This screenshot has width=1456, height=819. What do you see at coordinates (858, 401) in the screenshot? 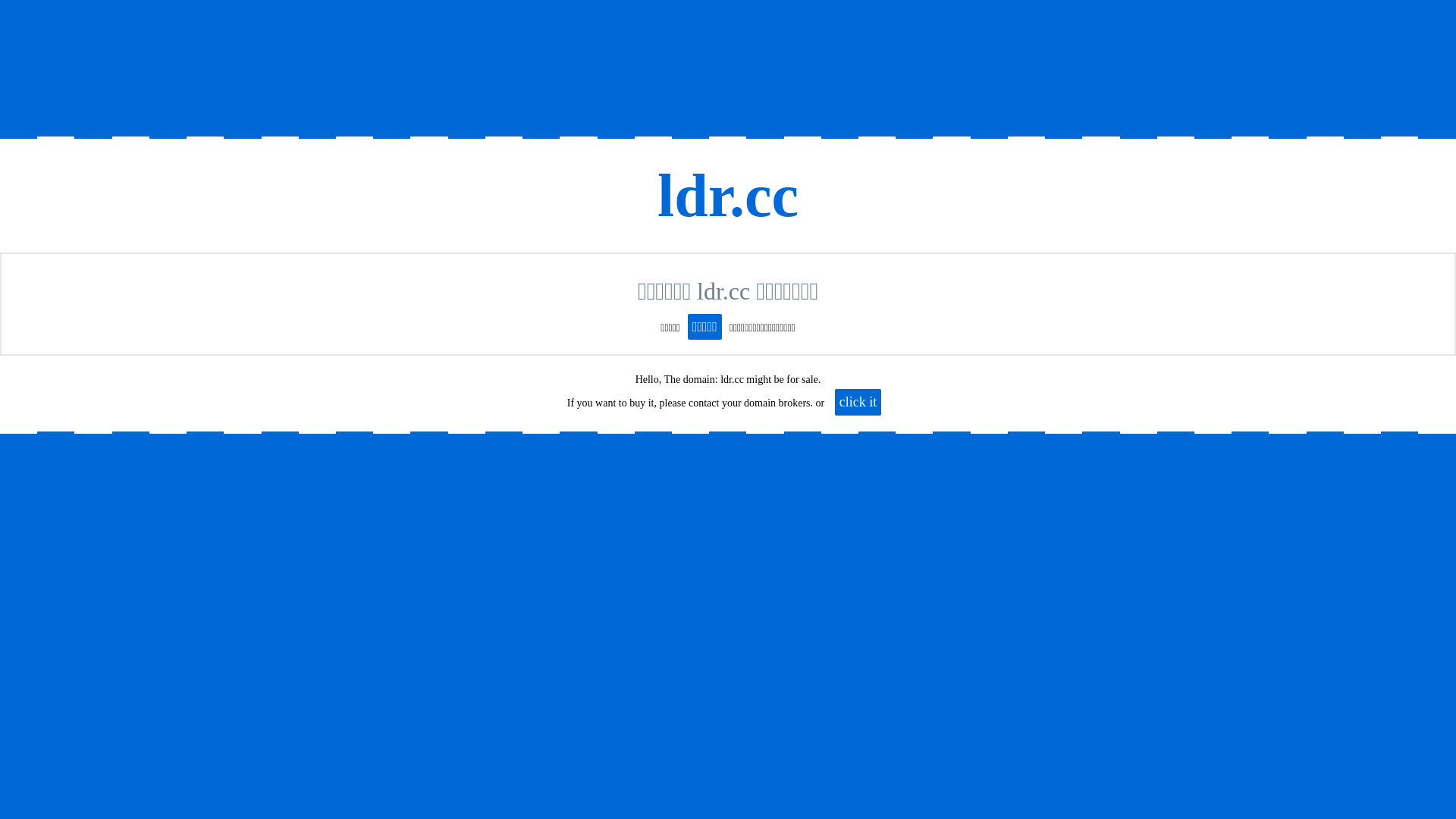
I see `'click it'` at bounding box center [858, 401].